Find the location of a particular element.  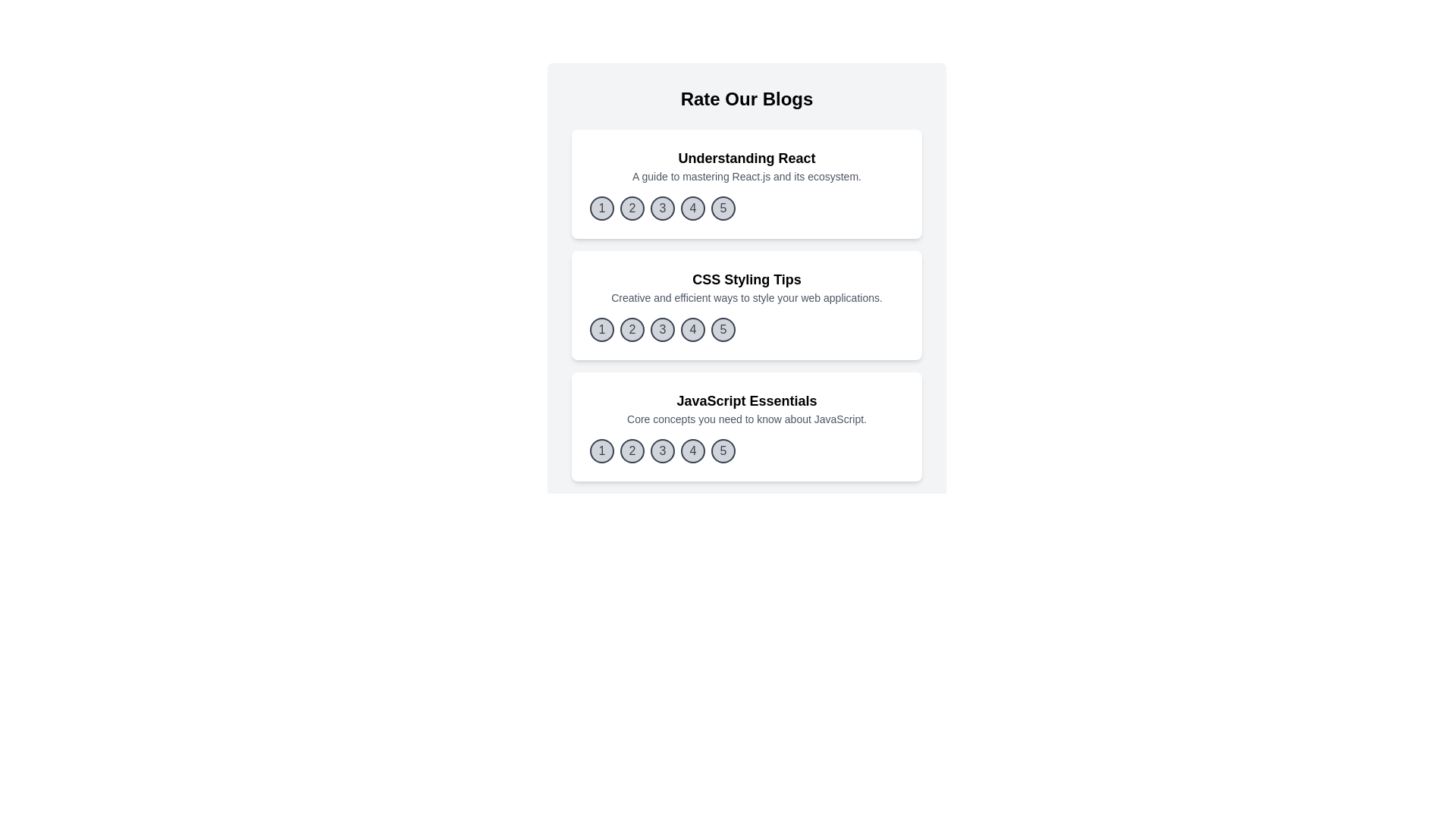

the rating button corresponding to 4 for the blog titled 'Understanding React' is located at coordinates (692, 208).